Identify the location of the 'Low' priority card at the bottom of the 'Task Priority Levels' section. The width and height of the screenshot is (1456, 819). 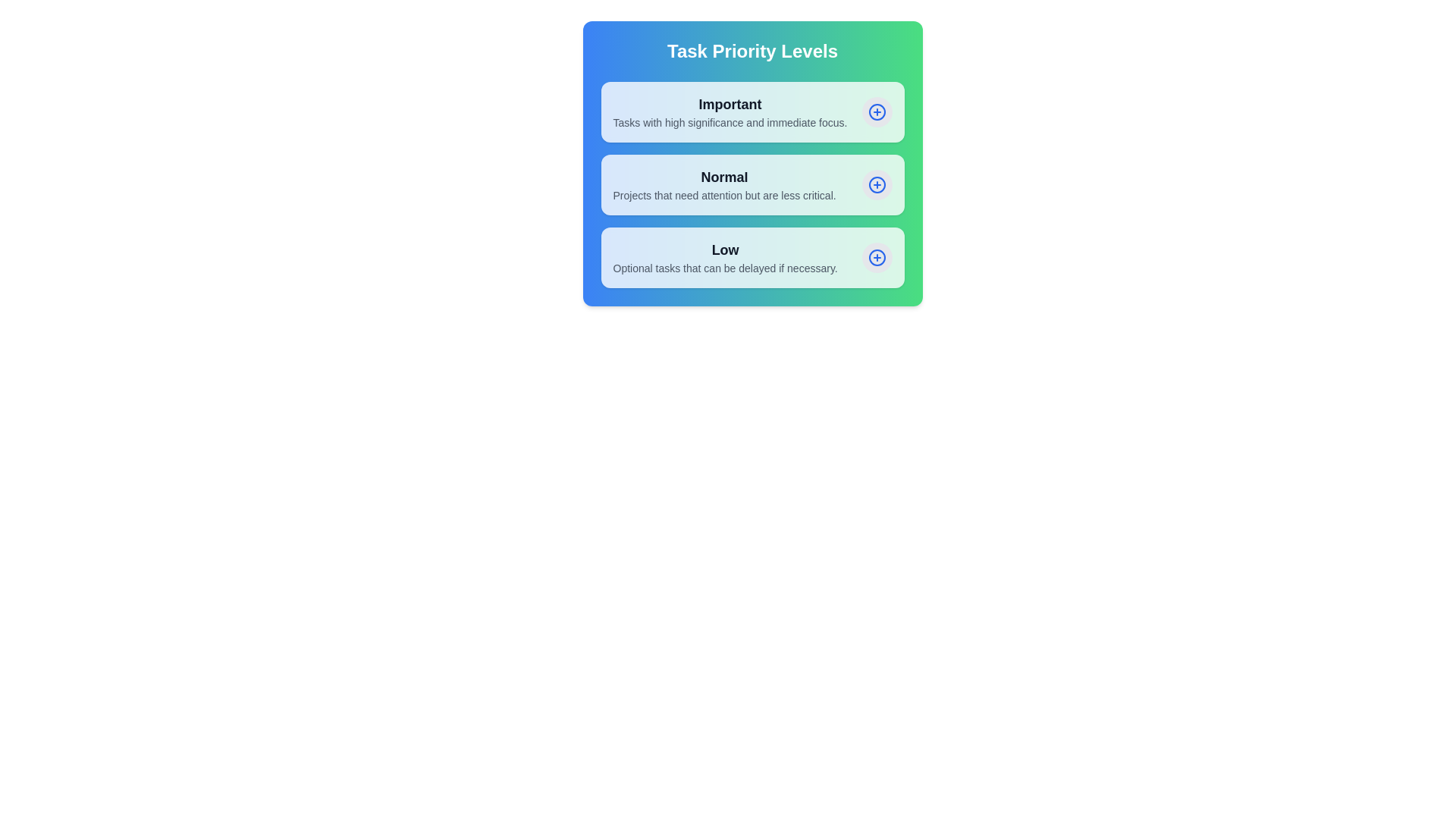
(752, 256).